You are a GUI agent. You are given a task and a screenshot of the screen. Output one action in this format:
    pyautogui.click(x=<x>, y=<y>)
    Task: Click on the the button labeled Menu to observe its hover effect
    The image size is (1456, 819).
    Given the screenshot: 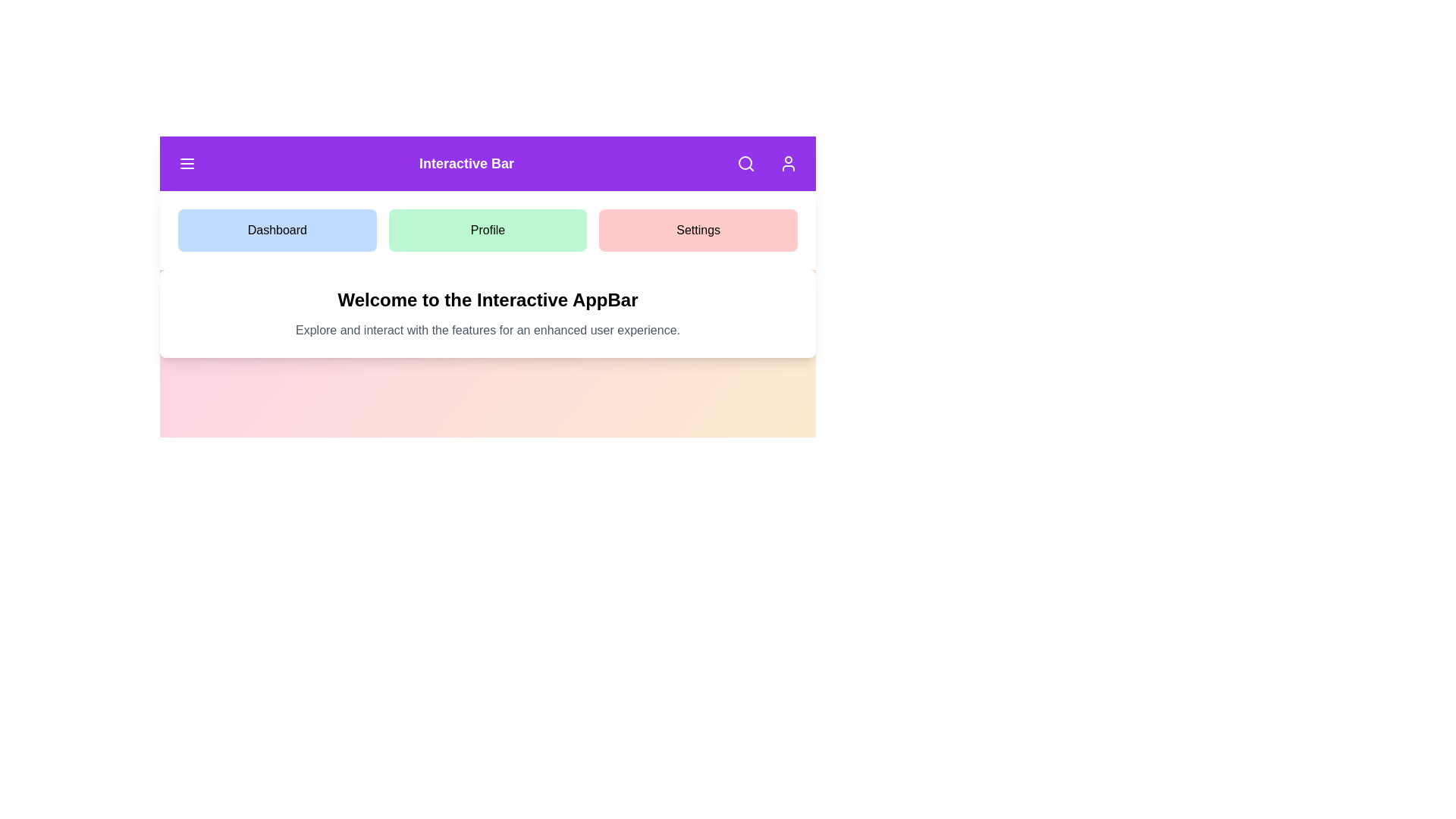 What is the action you would take?
    pyautogui.click(x=186, y=164)
    